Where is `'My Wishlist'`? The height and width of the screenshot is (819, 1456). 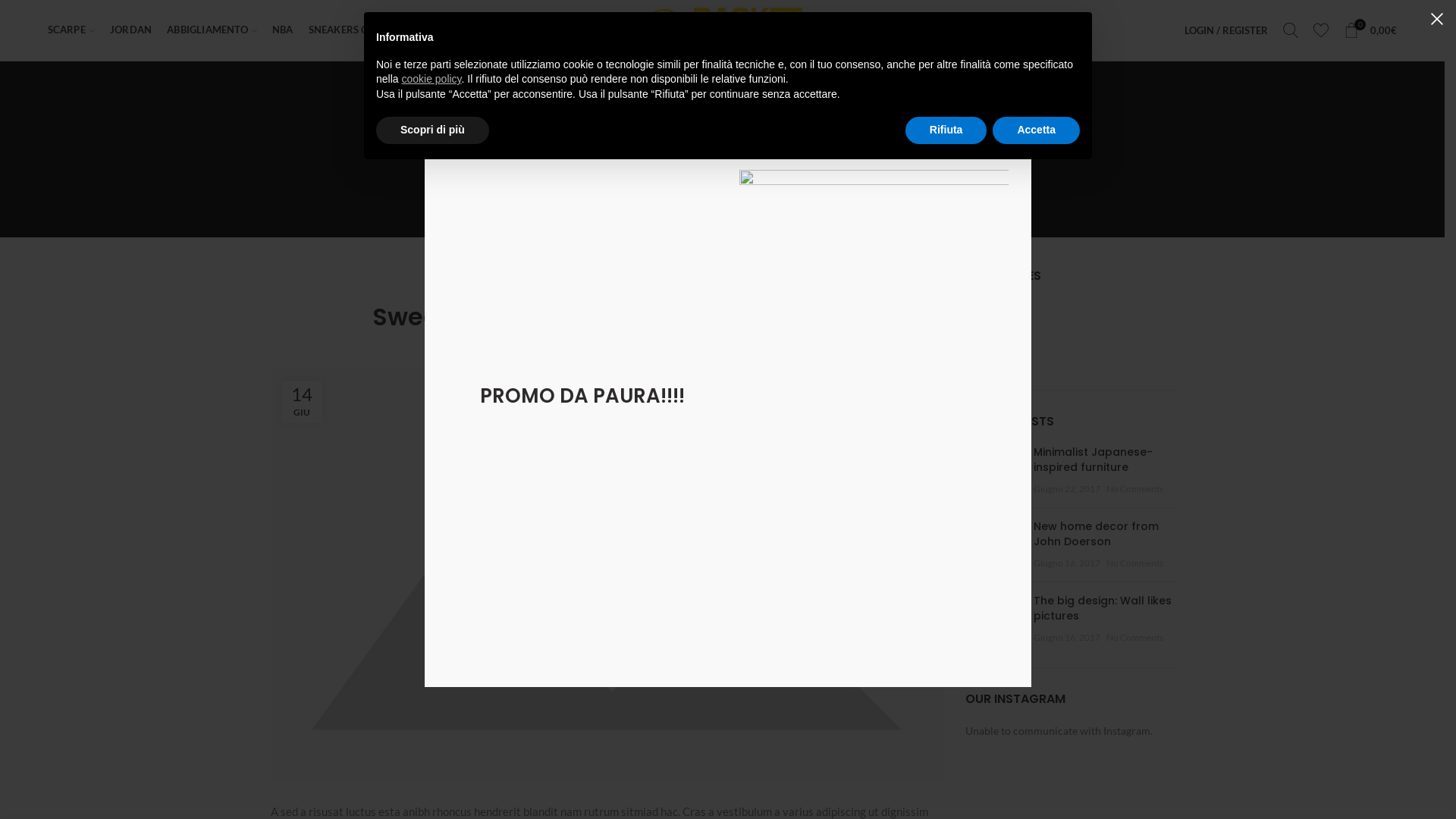
'My Wishlist' is located at coordinates (1320, 30).